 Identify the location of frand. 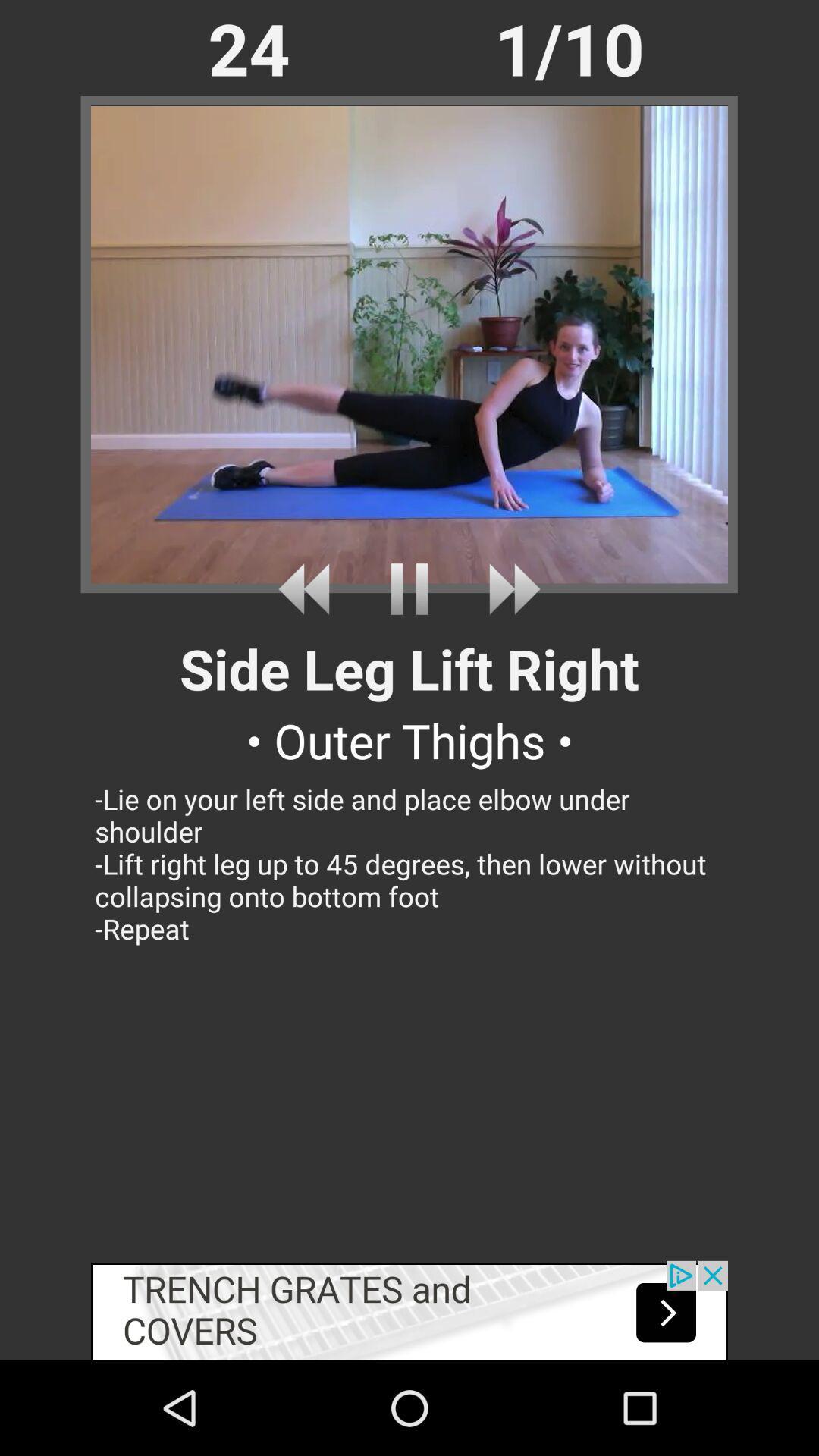
(309, 588).